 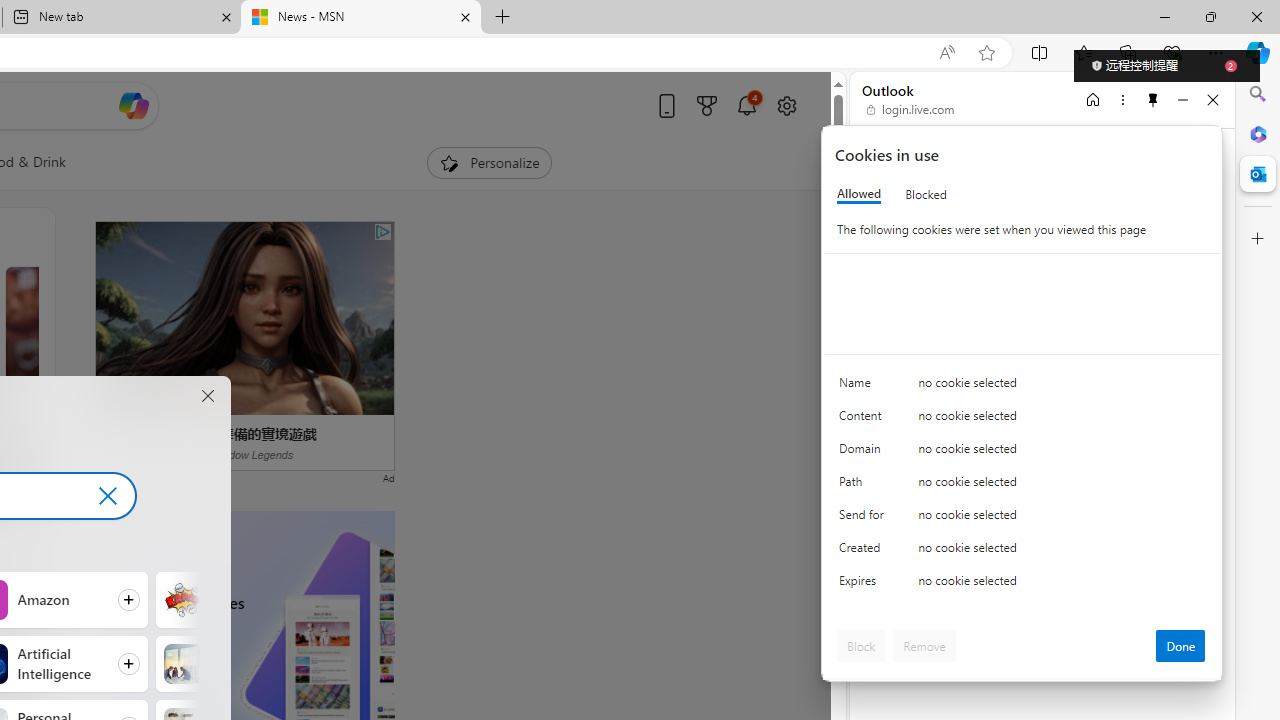 What do you see at coordinates (861, 645) in the screenshot?
I see `'Block'` at bounding box center [861, 645].